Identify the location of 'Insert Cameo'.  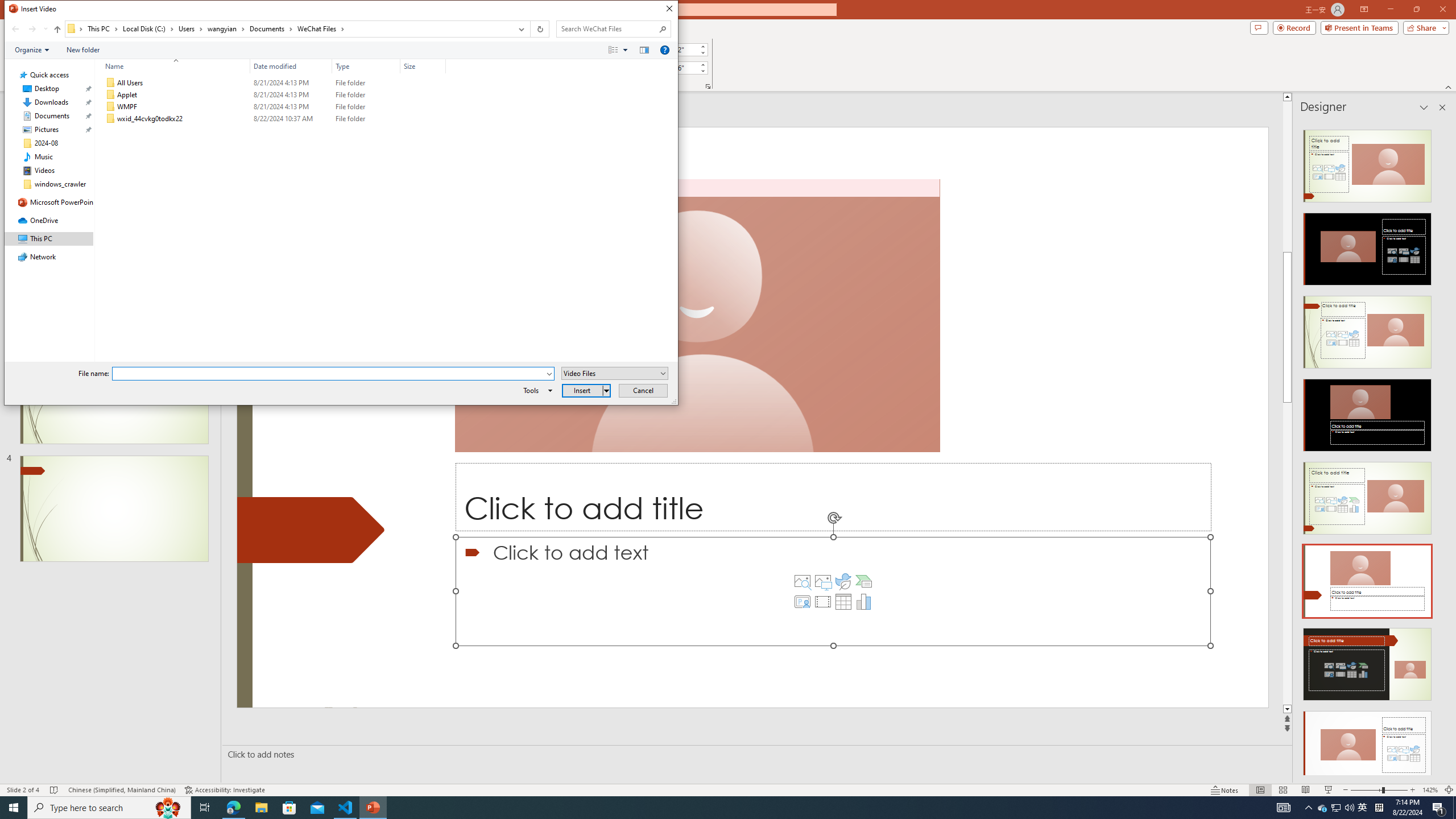
(802, 601).